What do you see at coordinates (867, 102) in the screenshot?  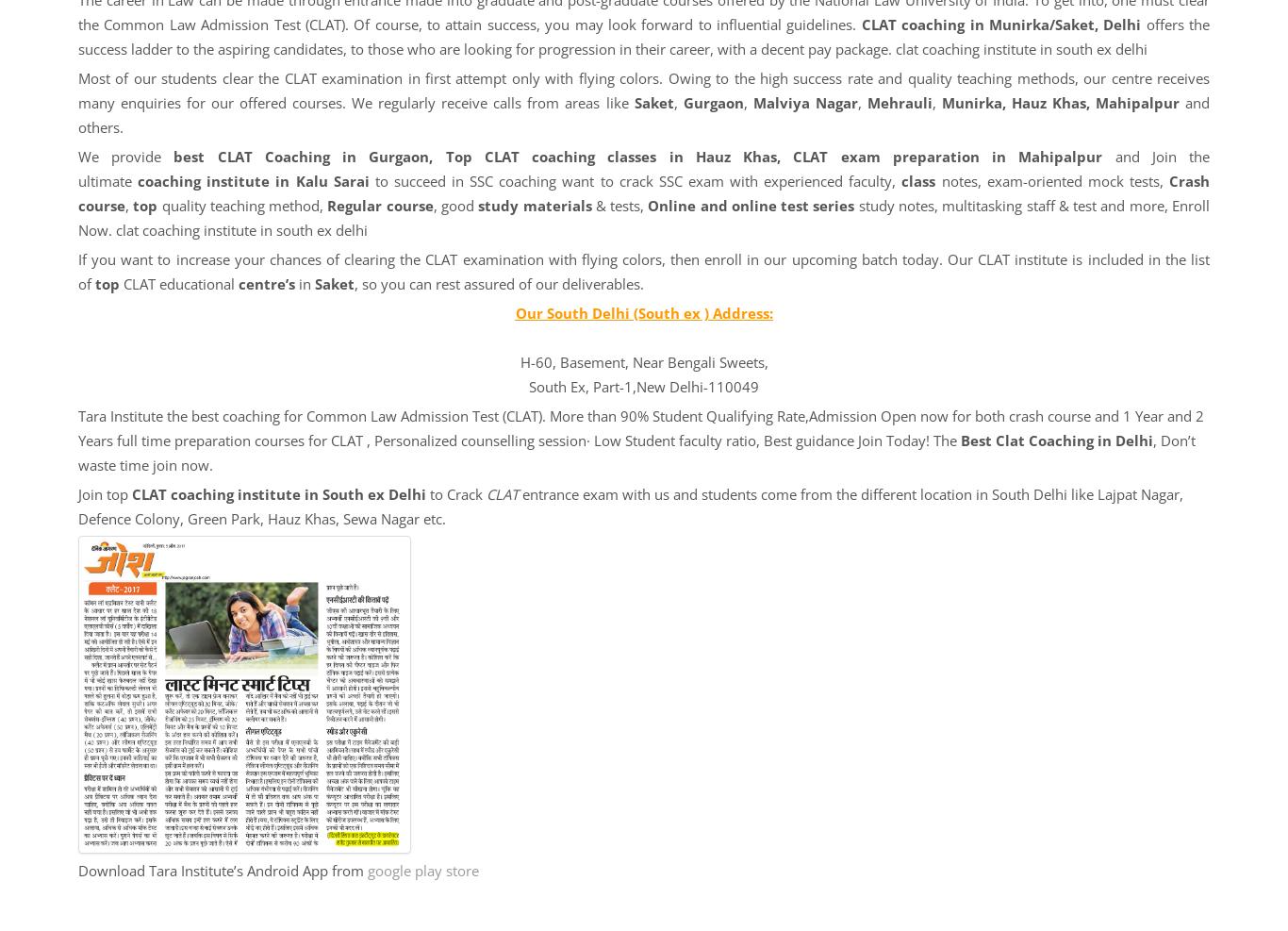 I see `'Mehrauli'` at bounding box center [867, 102].